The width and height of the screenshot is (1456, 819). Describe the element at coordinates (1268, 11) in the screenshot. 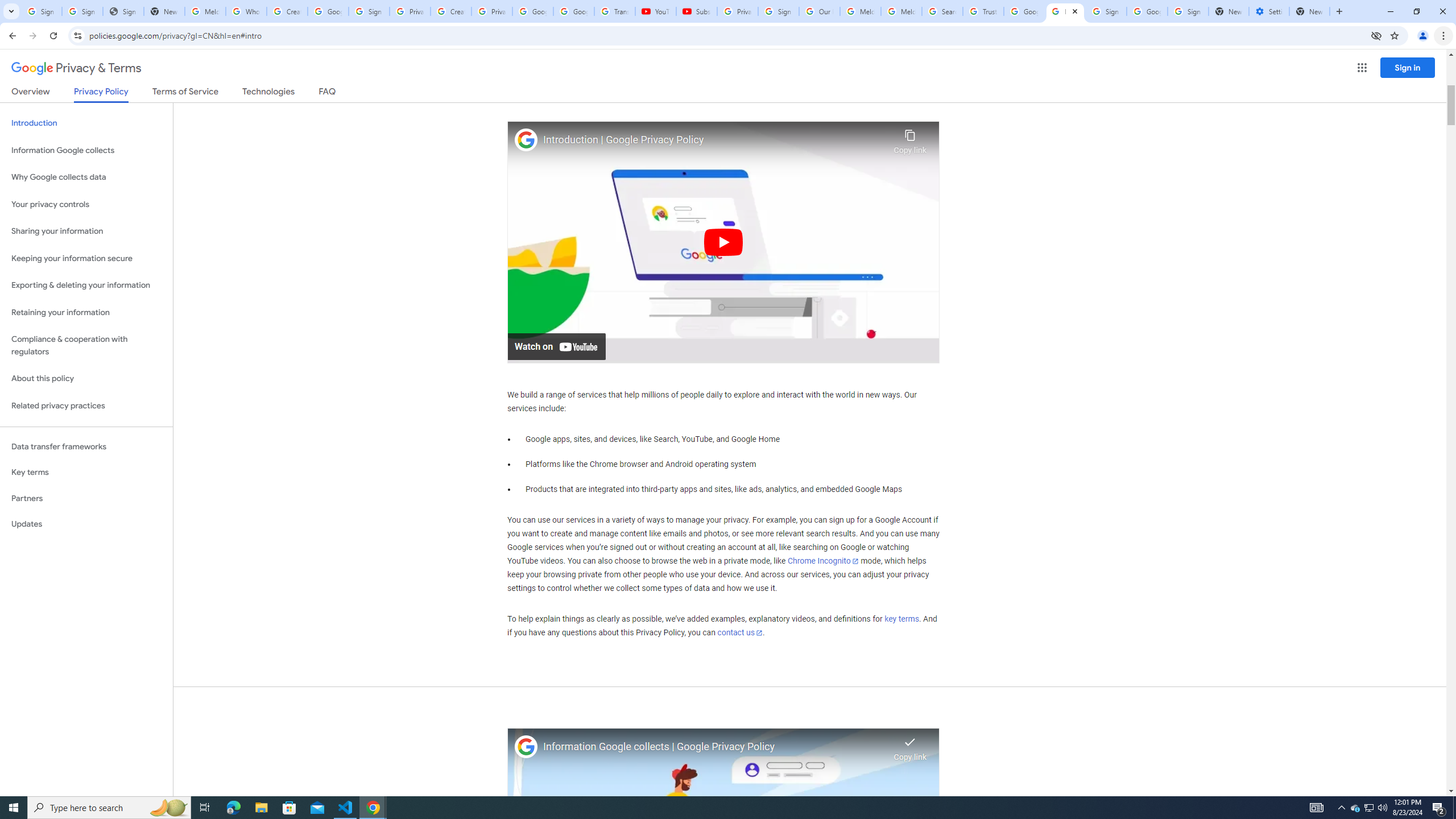

I see `'Settings - Addresses and more'` at that location.